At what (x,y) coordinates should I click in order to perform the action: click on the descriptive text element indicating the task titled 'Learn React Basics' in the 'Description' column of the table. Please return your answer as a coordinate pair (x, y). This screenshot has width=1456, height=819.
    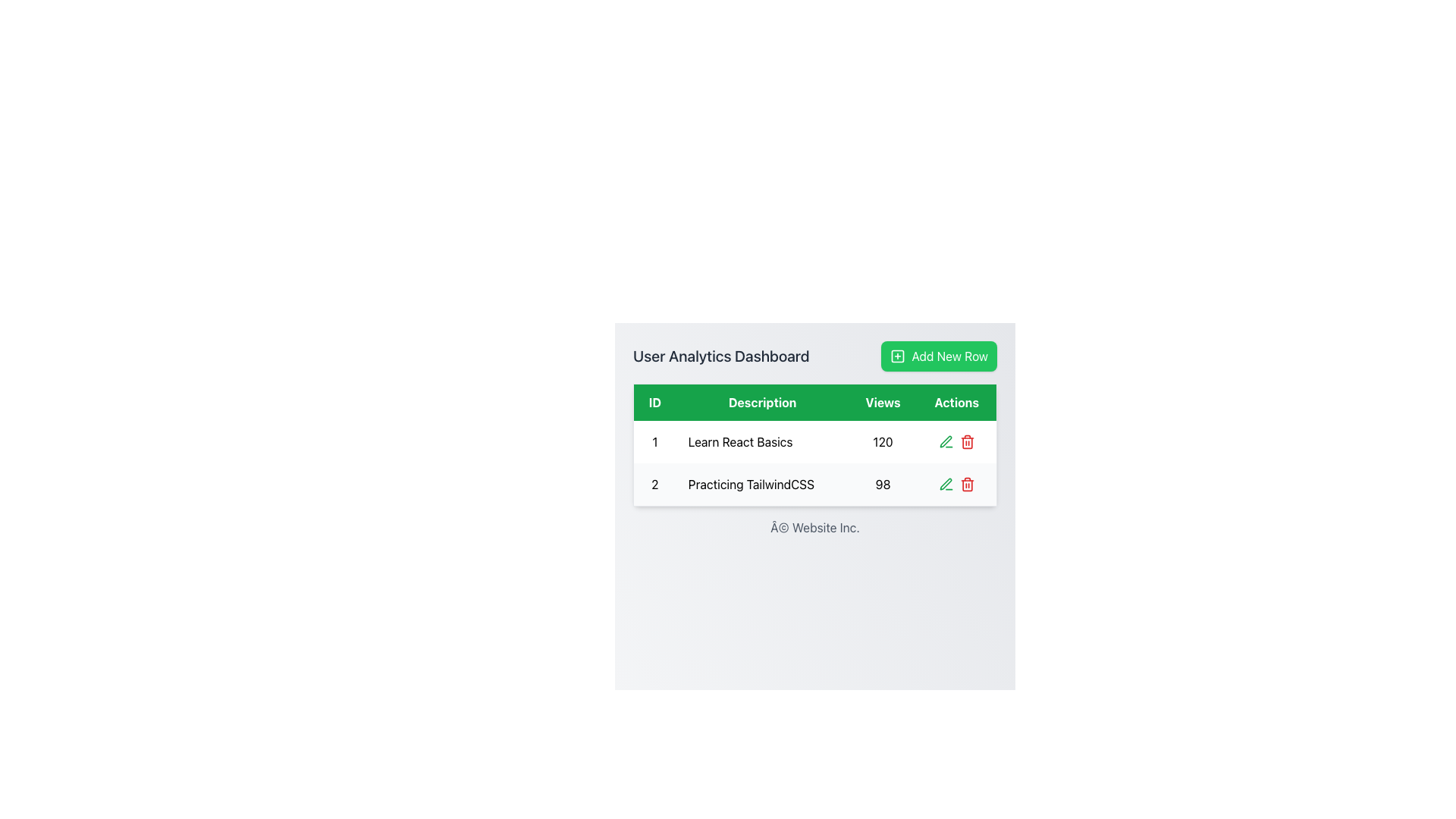
    Looking at the image, I should click on (762, 441).